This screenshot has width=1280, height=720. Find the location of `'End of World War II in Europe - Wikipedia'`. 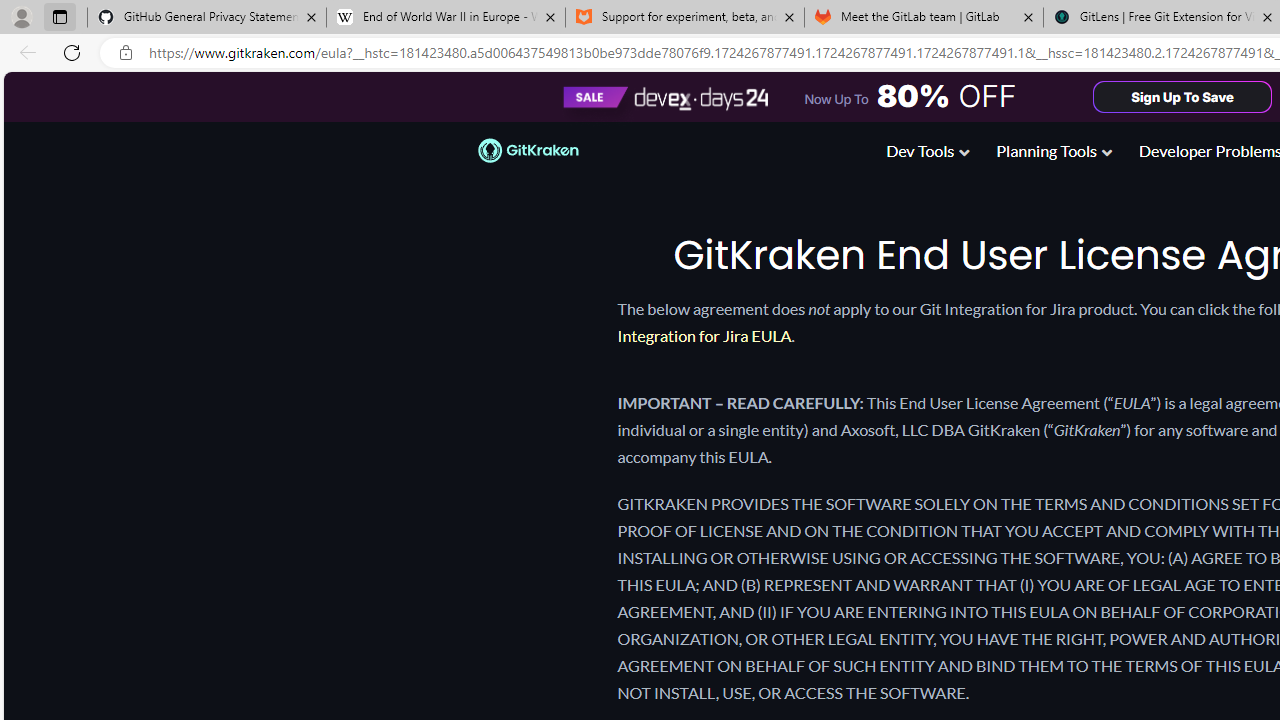

'End of World War II in Europe - Wikipedia' is located at coordinates (444, 17).